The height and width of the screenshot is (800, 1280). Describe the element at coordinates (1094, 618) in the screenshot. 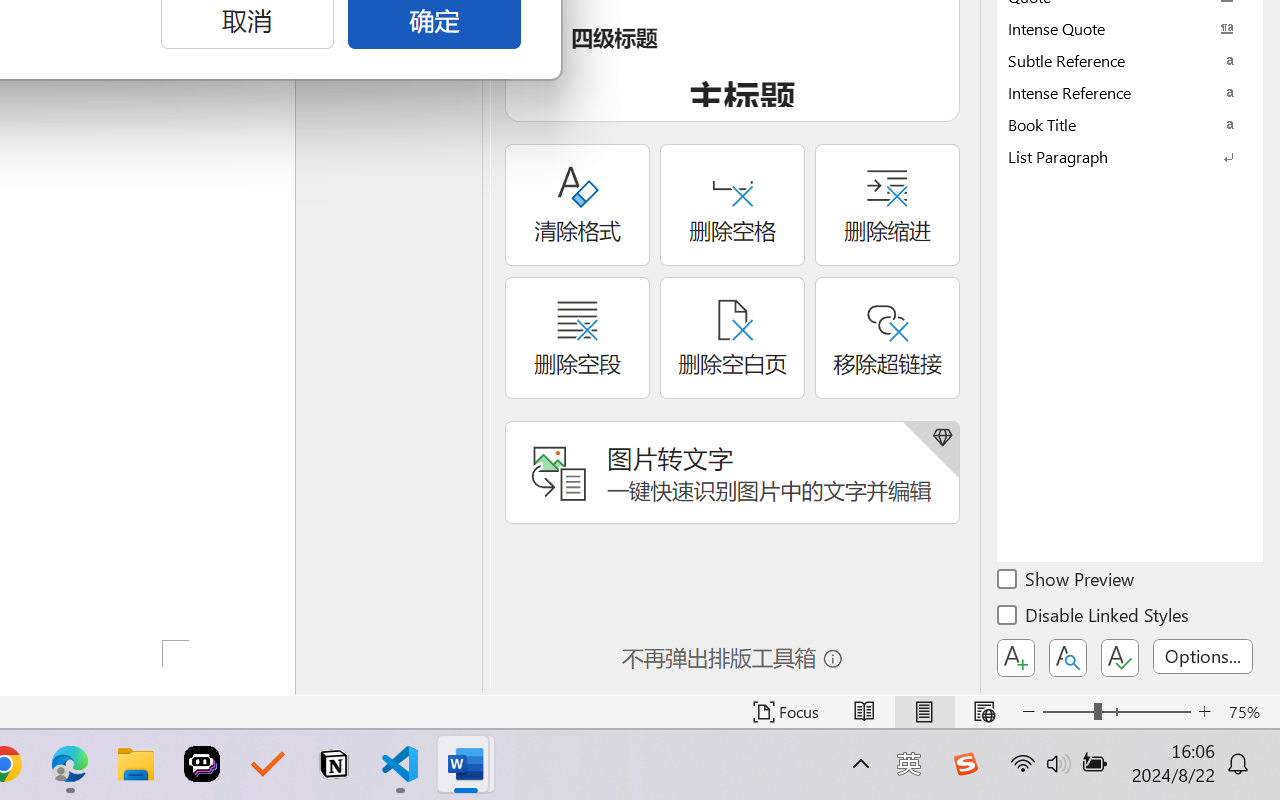

I see `'Disable Linked Styles'` at that location.